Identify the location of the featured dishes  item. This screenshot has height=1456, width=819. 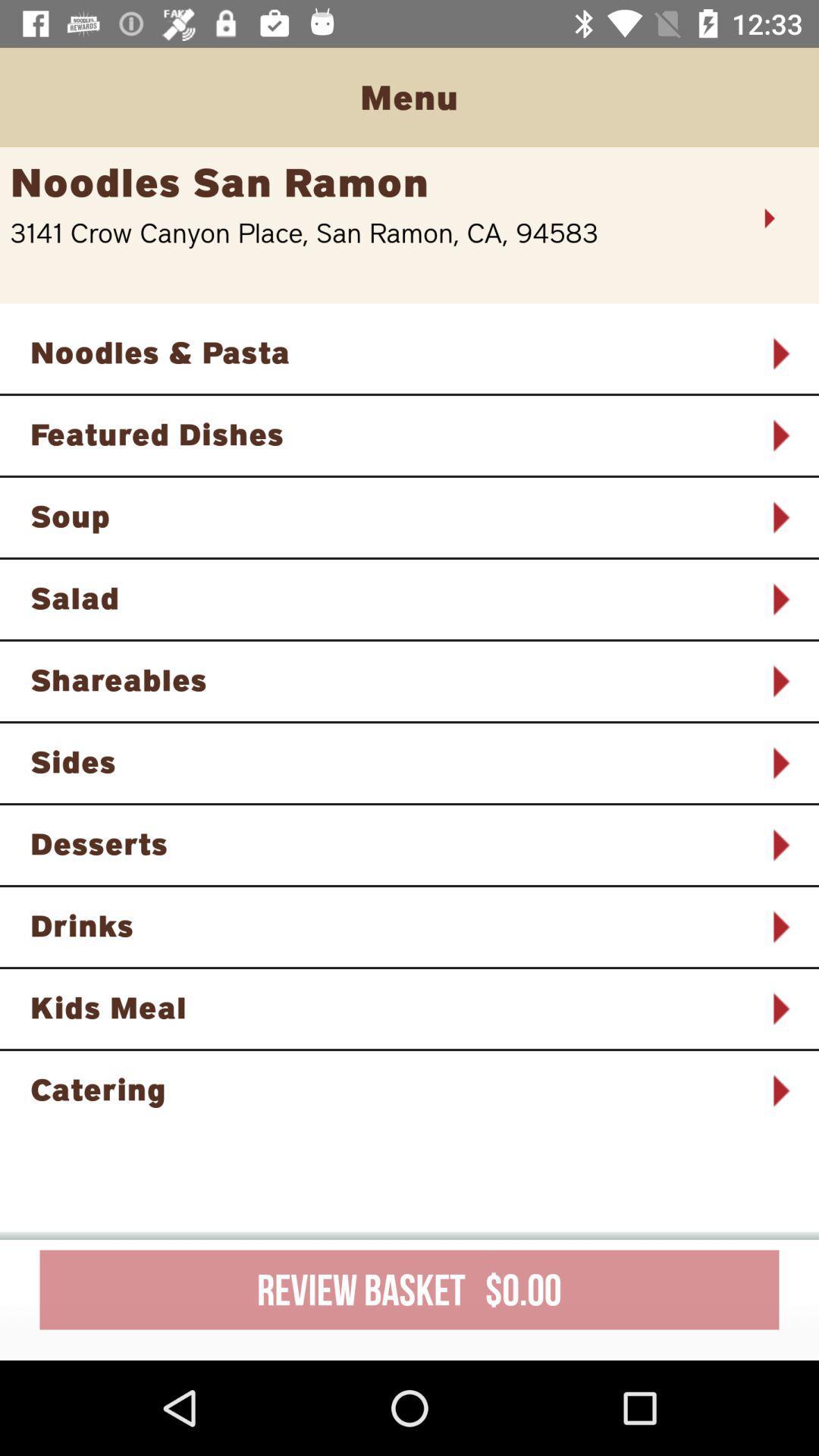
(389, 433).